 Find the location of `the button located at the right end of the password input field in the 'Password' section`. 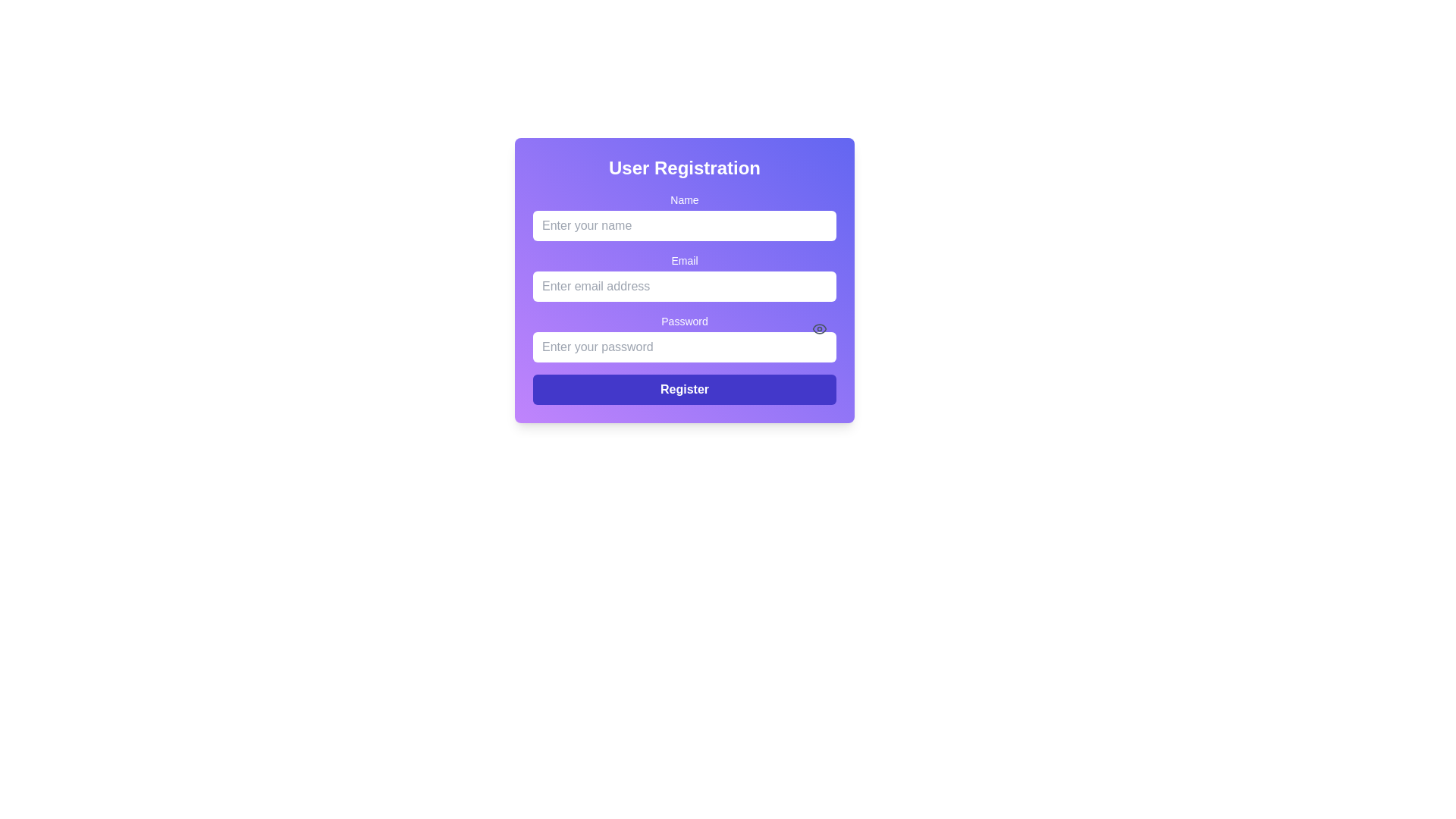

the button located at the right end of the password input field in the 'Password' section is located at coordinates (818, 328).